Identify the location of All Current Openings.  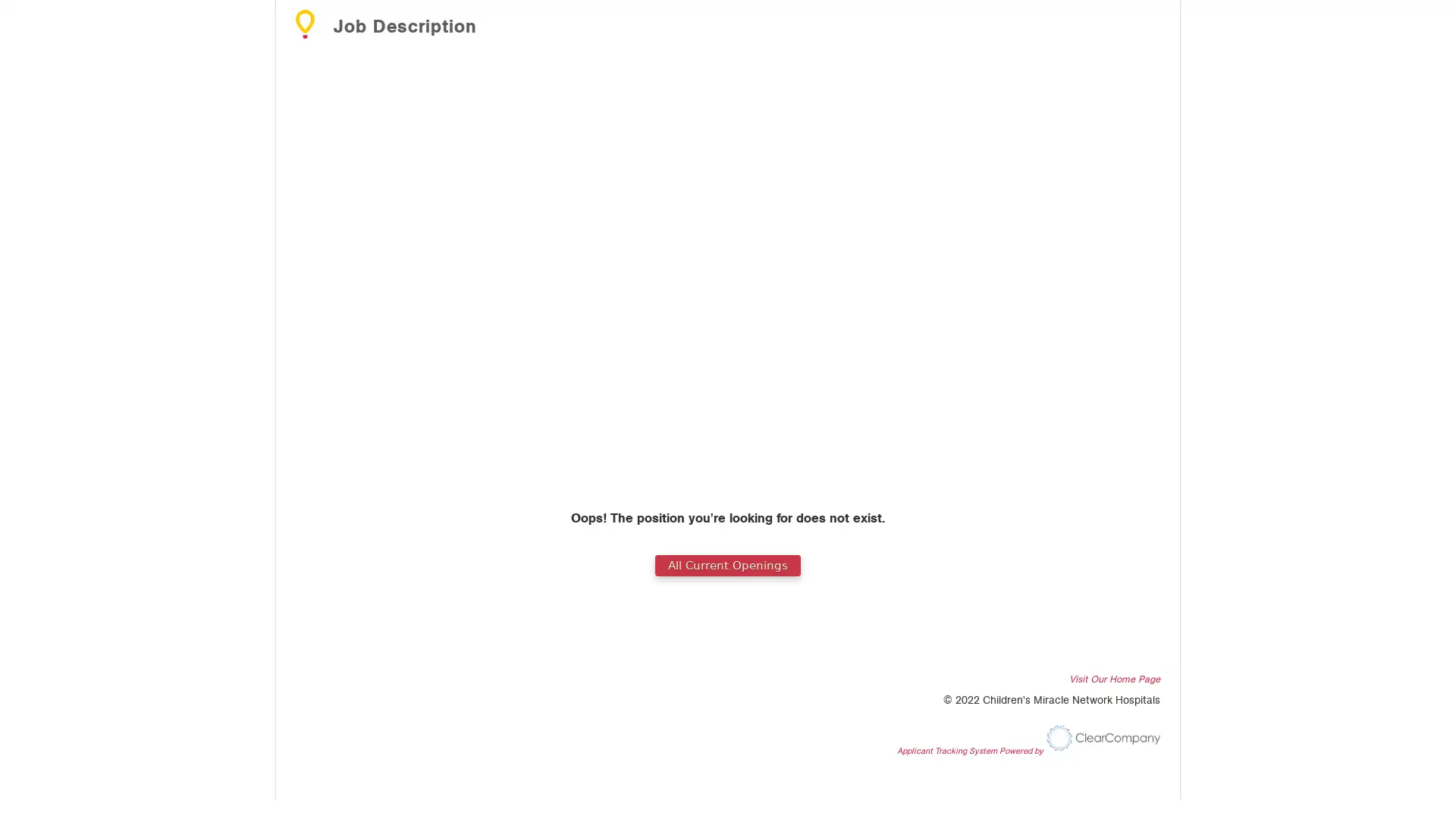
(728, 564).